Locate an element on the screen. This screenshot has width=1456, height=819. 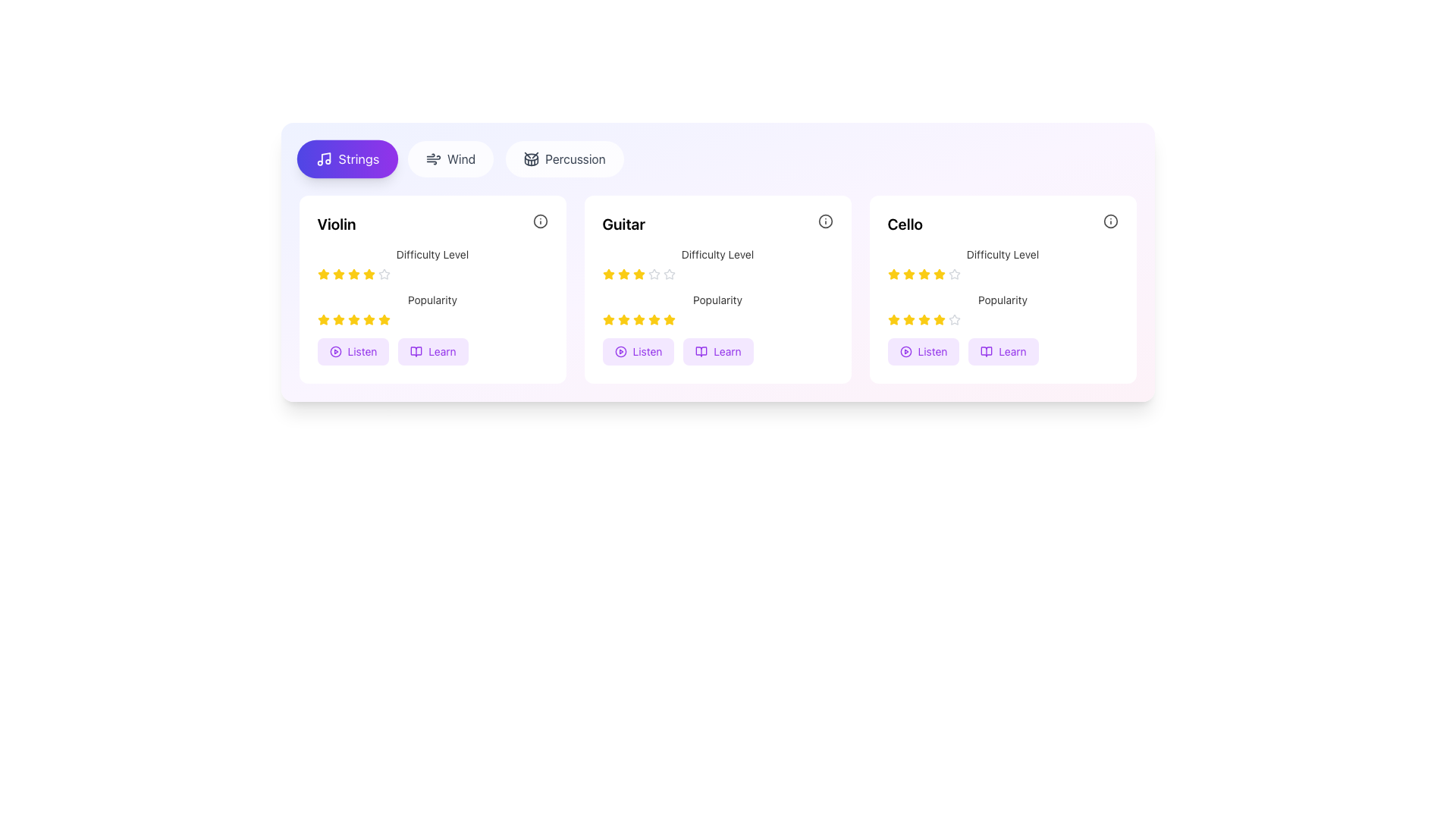
the fourth yellow star icon in the rating scale under the 'Difficulty Level' text in the 'Violin' card section is located at coordinates (353, 275).